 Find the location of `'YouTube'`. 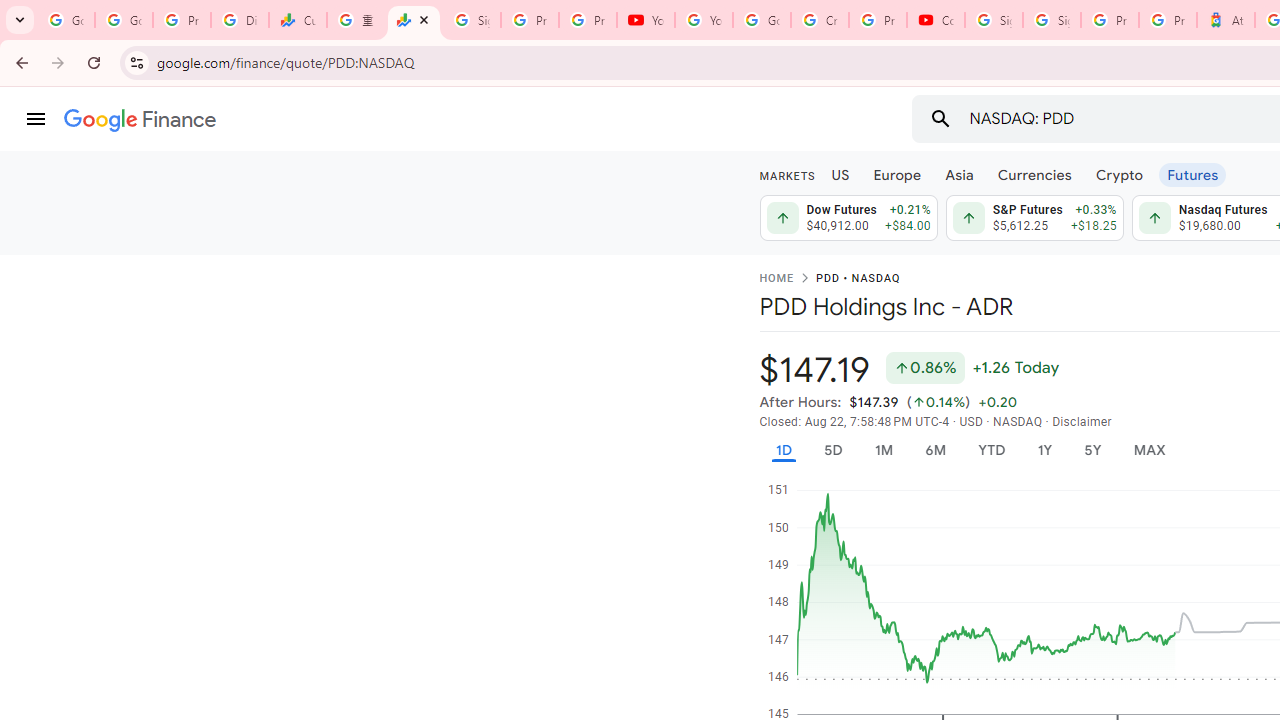

'YouTube' is located at coordinates (704, 20).